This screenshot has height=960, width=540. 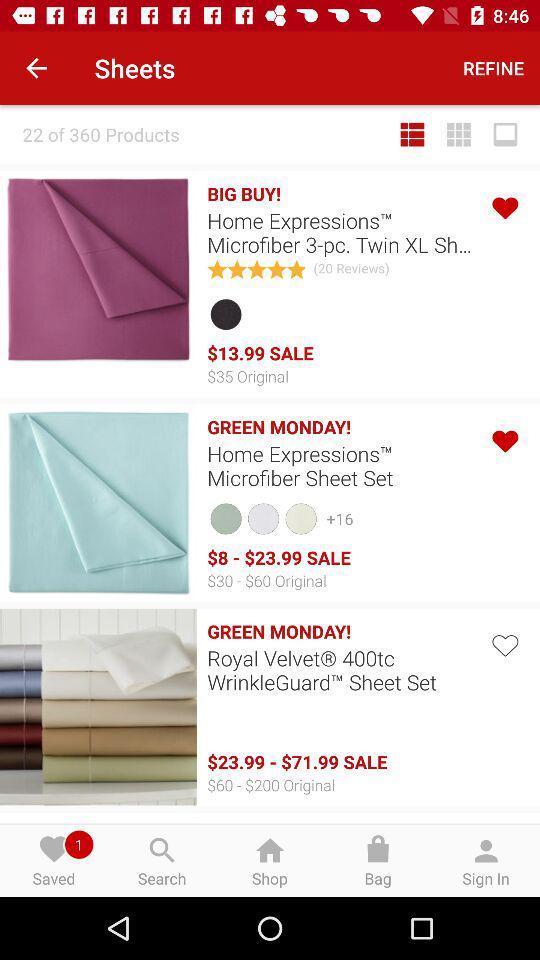 I want to click on favorite, so click(x=503, y=642).